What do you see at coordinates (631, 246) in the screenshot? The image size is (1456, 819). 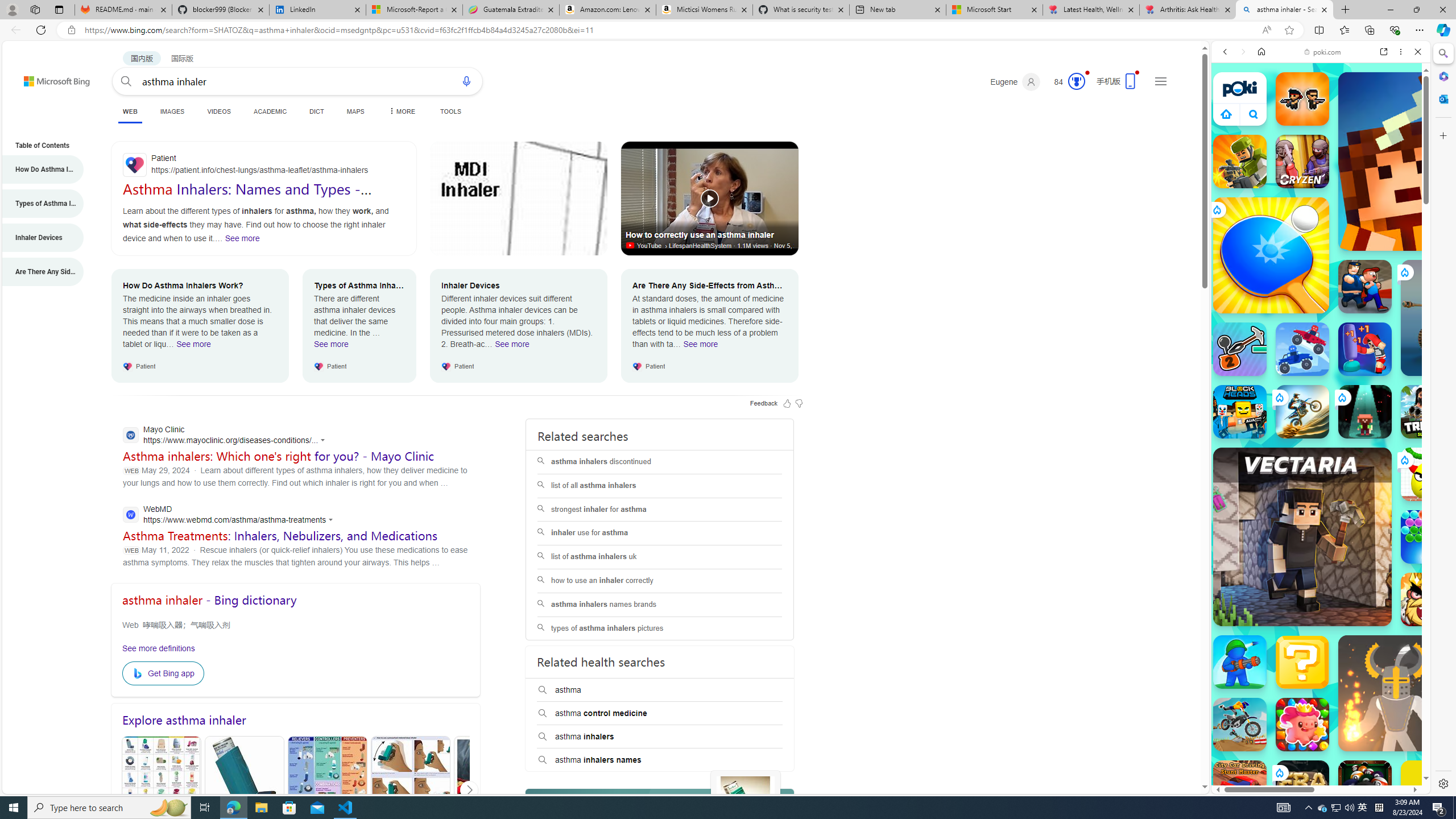 I see `'Video source site'` at bounding box center [631, 246].